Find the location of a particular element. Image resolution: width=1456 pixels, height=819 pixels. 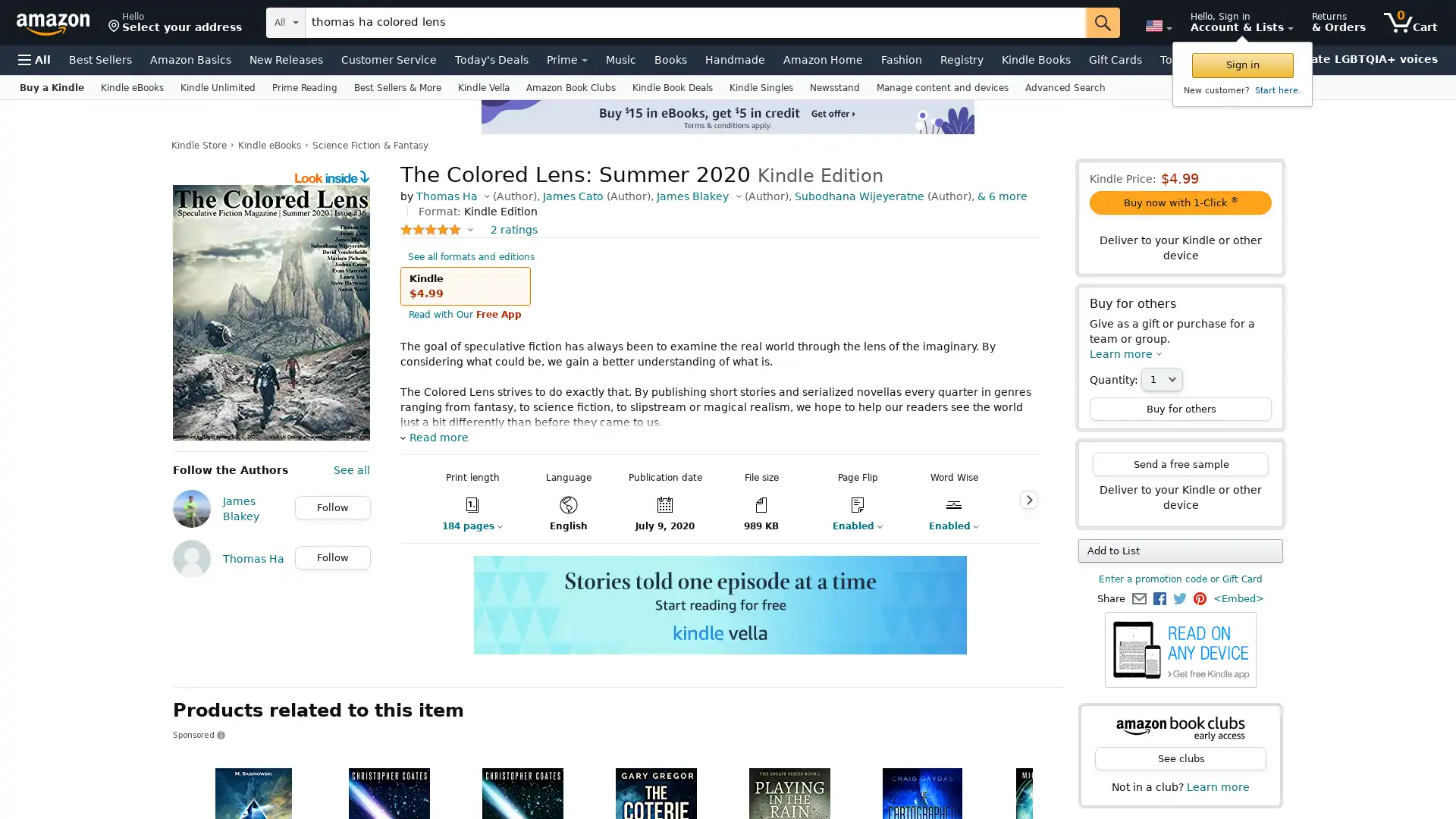

Open Menu is located at coordinates (34, 58).